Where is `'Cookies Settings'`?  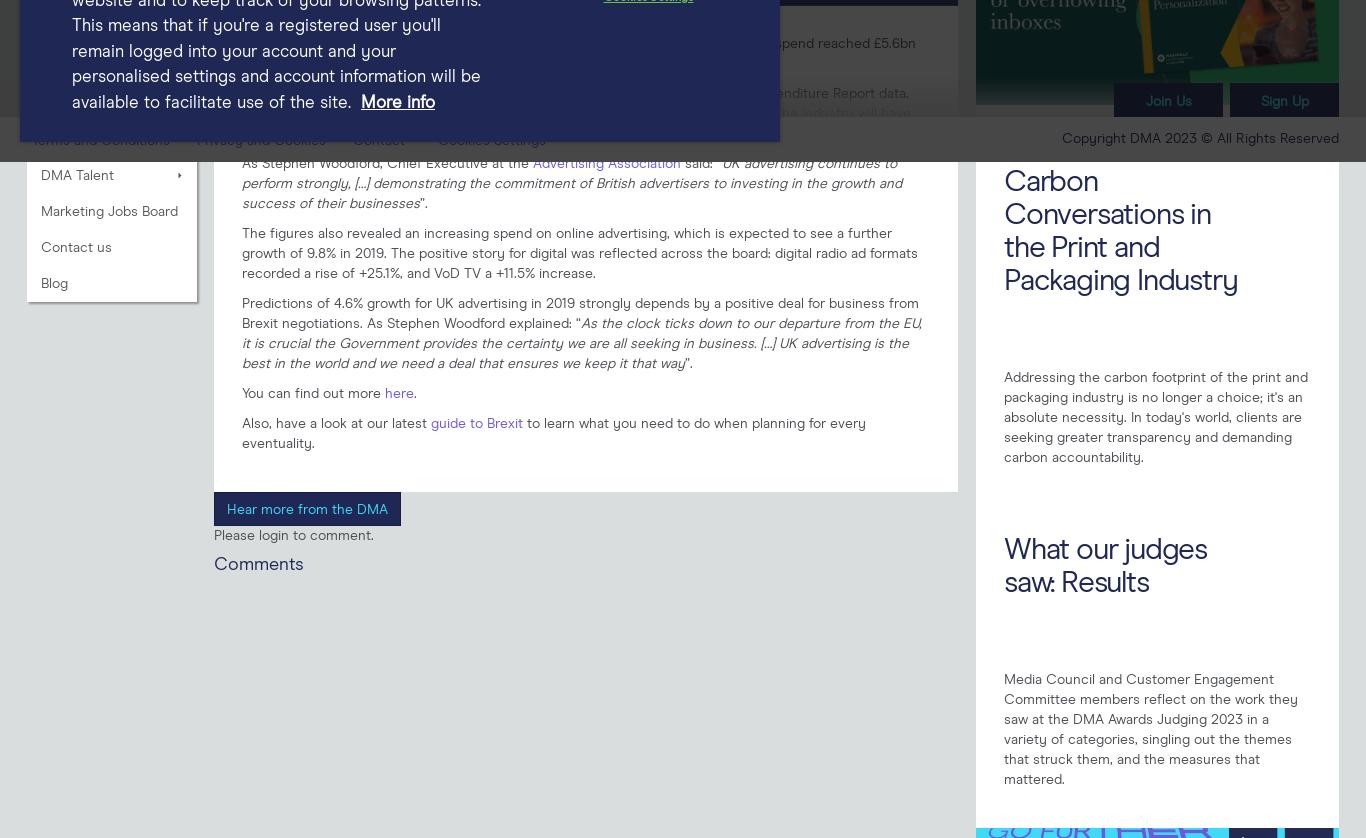
'Cookies Settings' is located at coordinates (492, 141).